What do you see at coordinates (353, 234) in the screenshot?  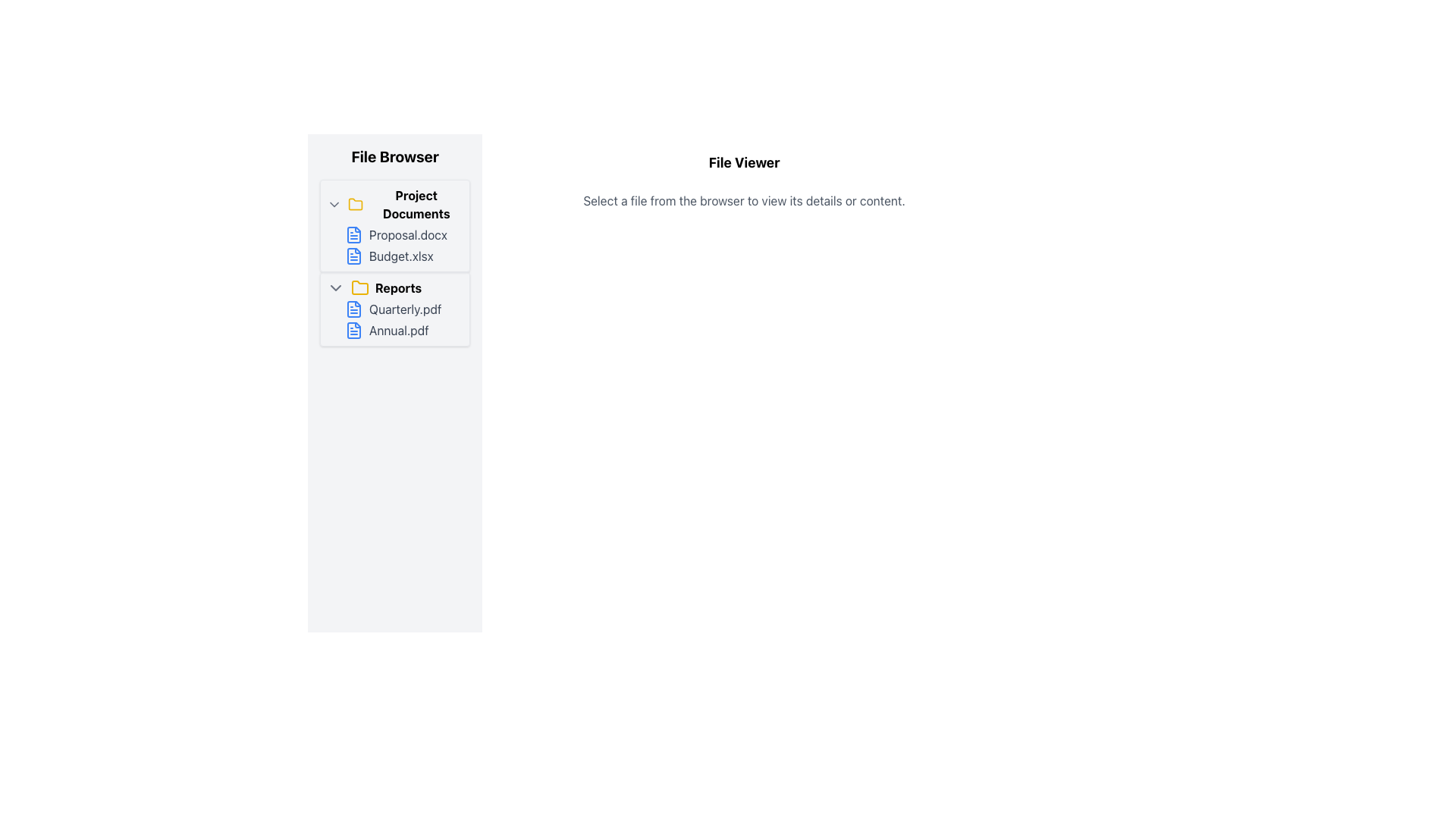 I see `the document file icon with a blue outline located to the left of the text 'Proposal.docx' in the 'File Browser' section` at bounding box center [353, 234].